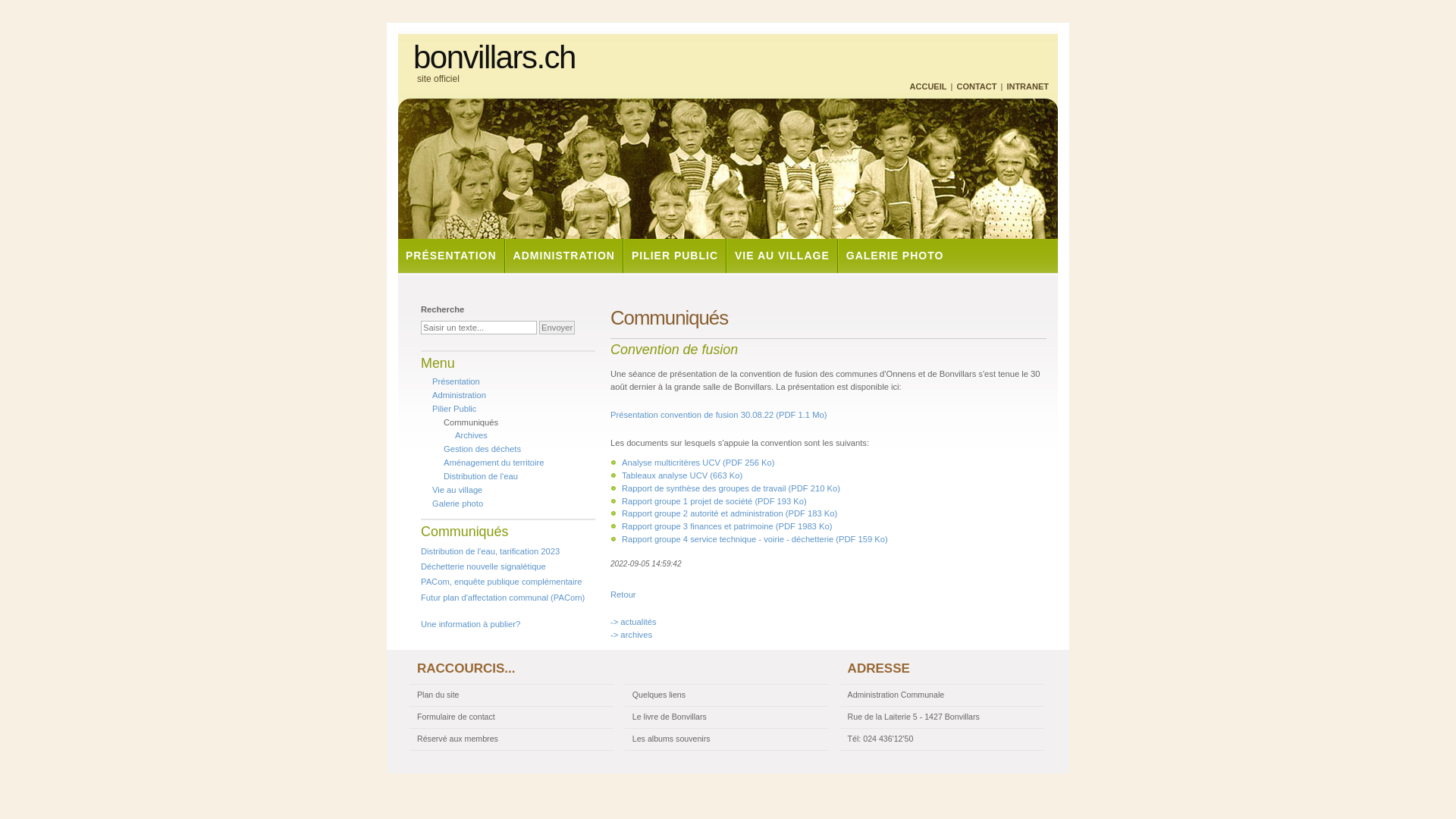 The height and width of the screenshot is (819, 1456). Describe the element at coordinates (941, 695) in the screenshot. I see `'Administration Communale'` at that location.